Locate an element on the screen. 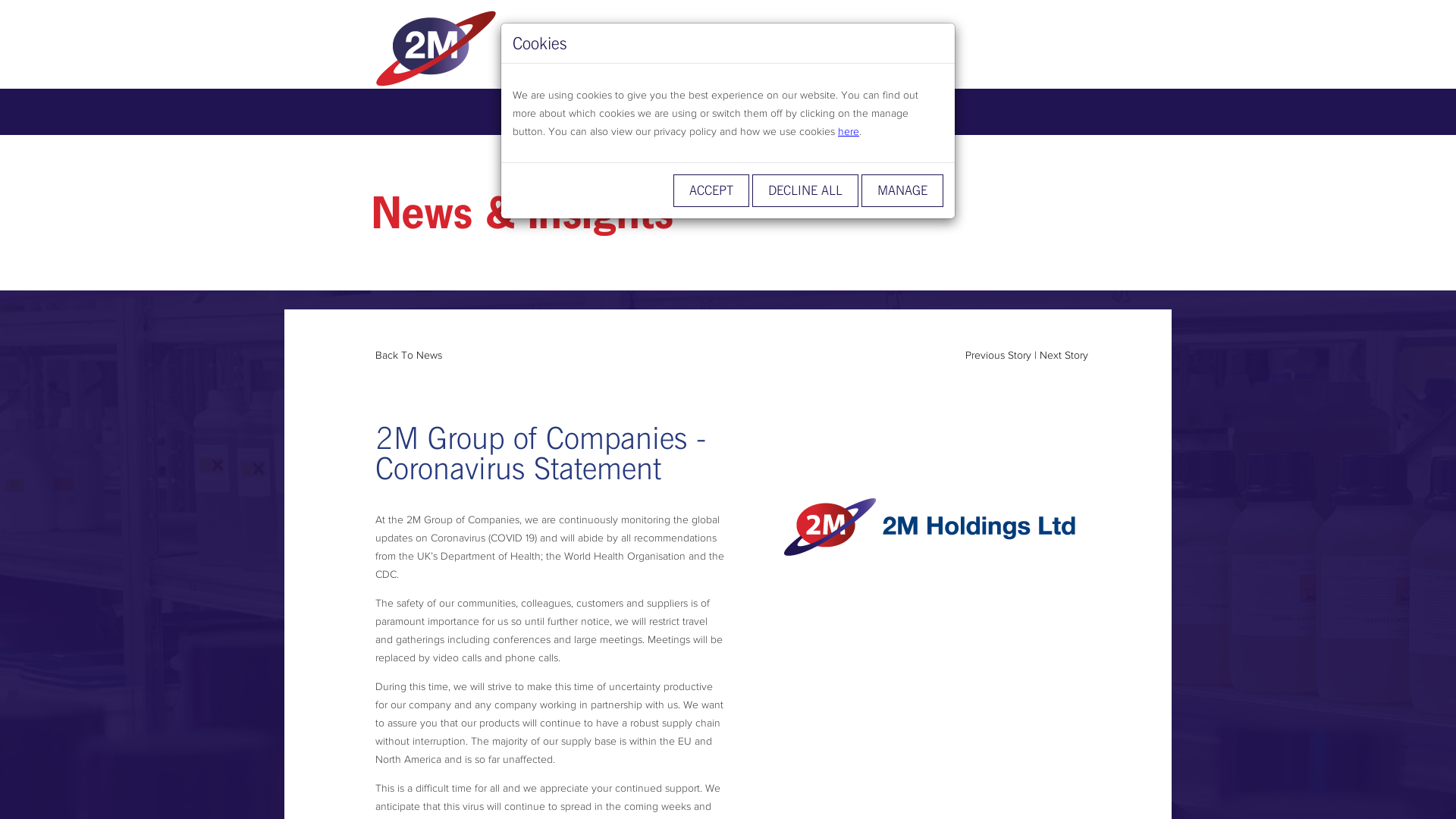 The image size is (1456, 819). 'HOME' is located at coordinates (505, 111).